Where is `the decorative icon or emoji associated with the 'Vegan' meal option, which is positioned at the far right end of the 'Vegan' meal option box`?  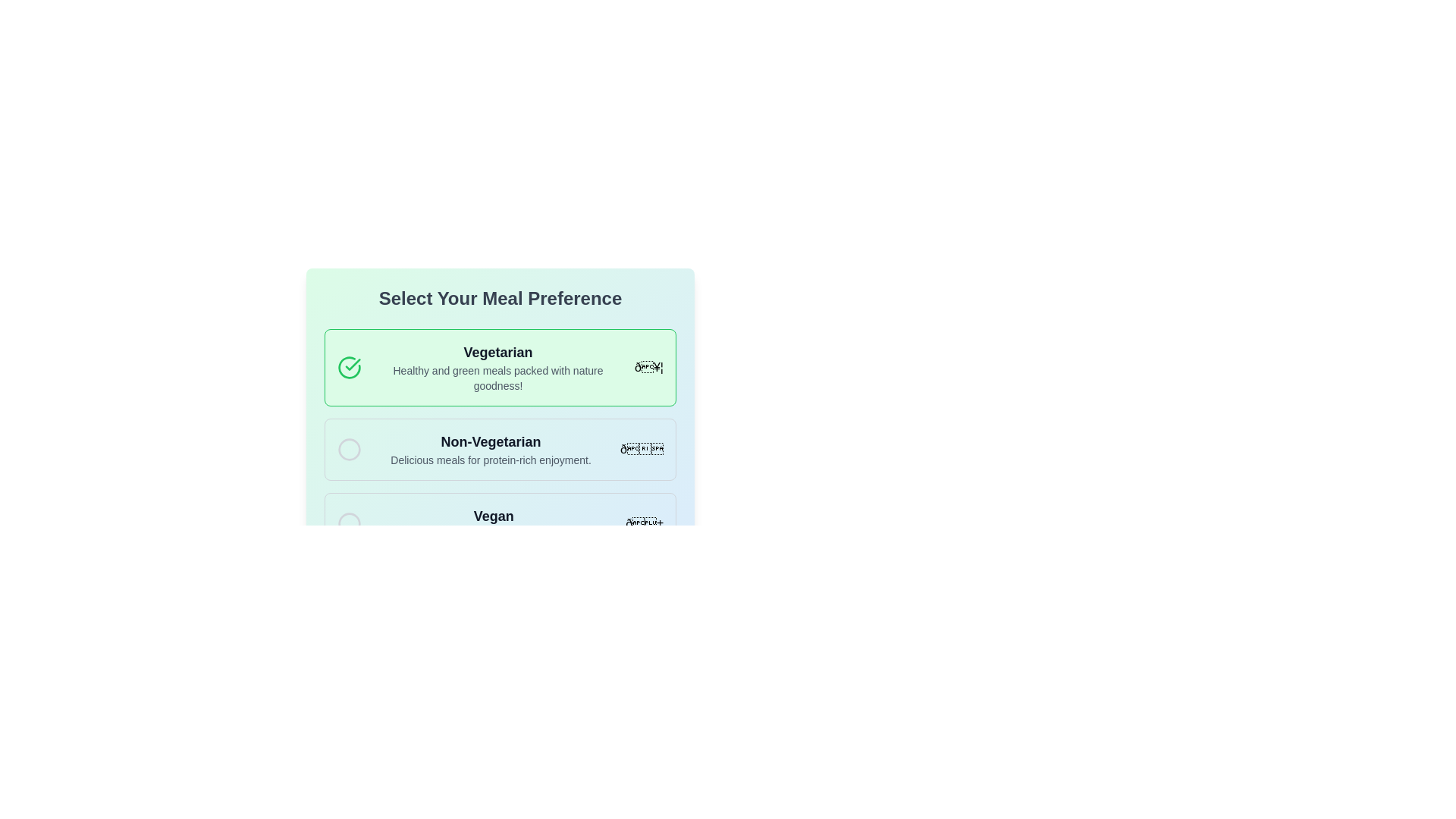
the decorative icon or emoji associated with the 'Vegan' meal option, which is positioned at the far right end of the 'Vegan' meal option box is located at coordinates (644, 522).